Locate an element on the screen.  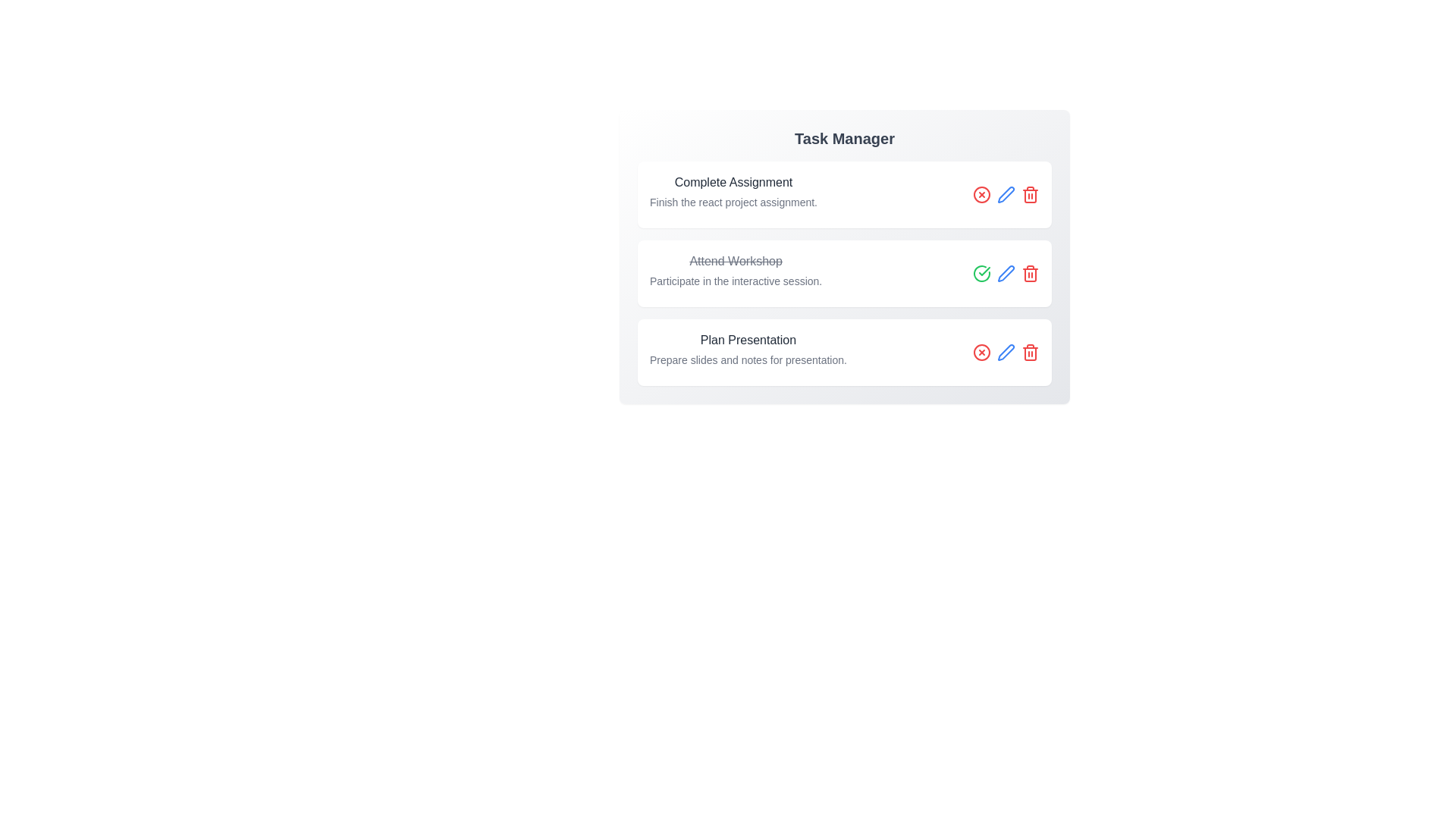
delete button for the task titled 'Plan Presentation' is located at coordinates (1030, 353).